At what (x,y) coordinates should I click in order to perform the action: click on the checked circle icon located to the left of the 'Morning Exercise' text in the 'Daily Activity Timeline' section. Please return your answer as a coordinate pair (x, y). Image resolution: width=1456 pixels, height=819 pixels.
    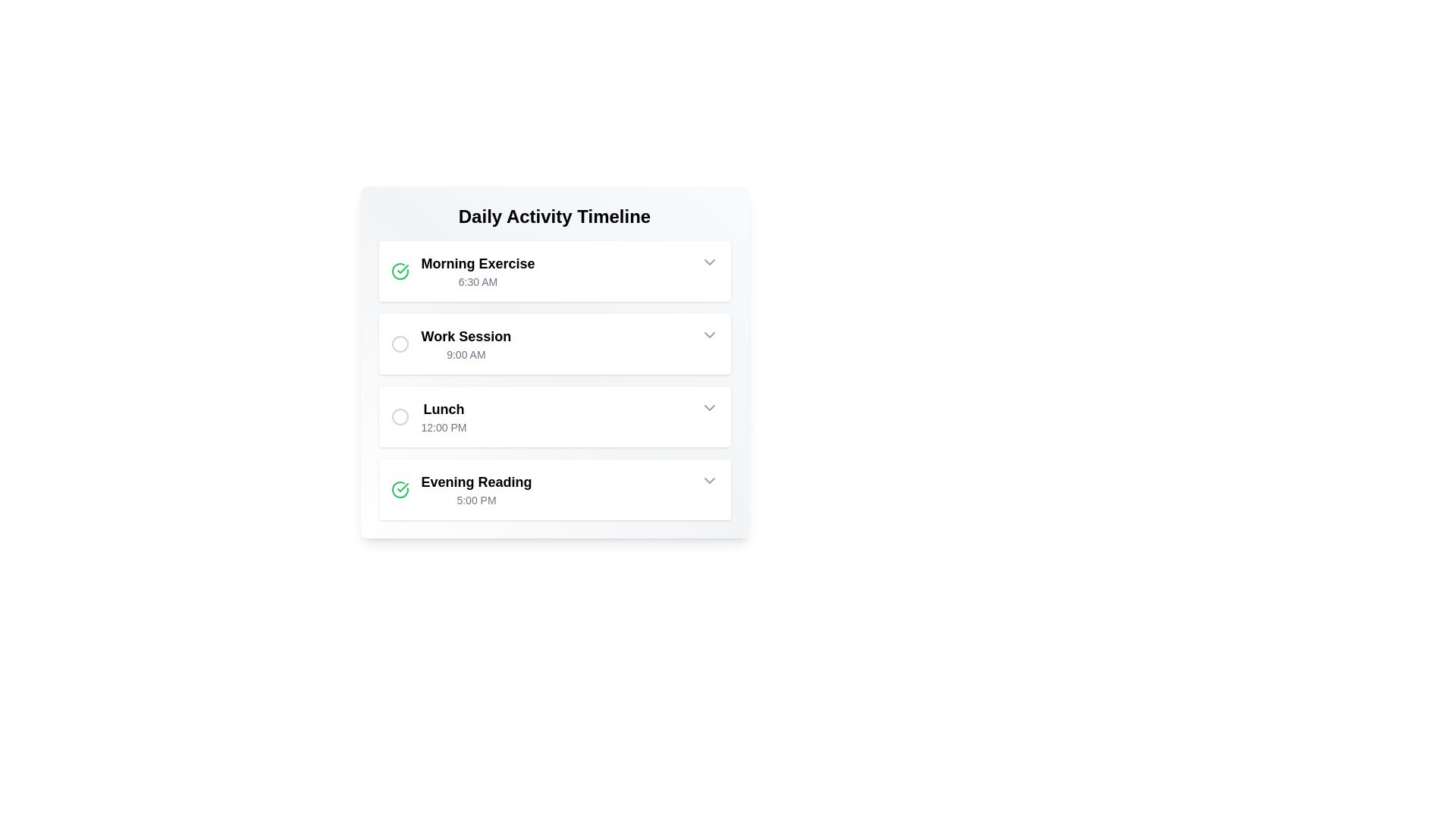
    Looking at the image, I should click on (400, 271).